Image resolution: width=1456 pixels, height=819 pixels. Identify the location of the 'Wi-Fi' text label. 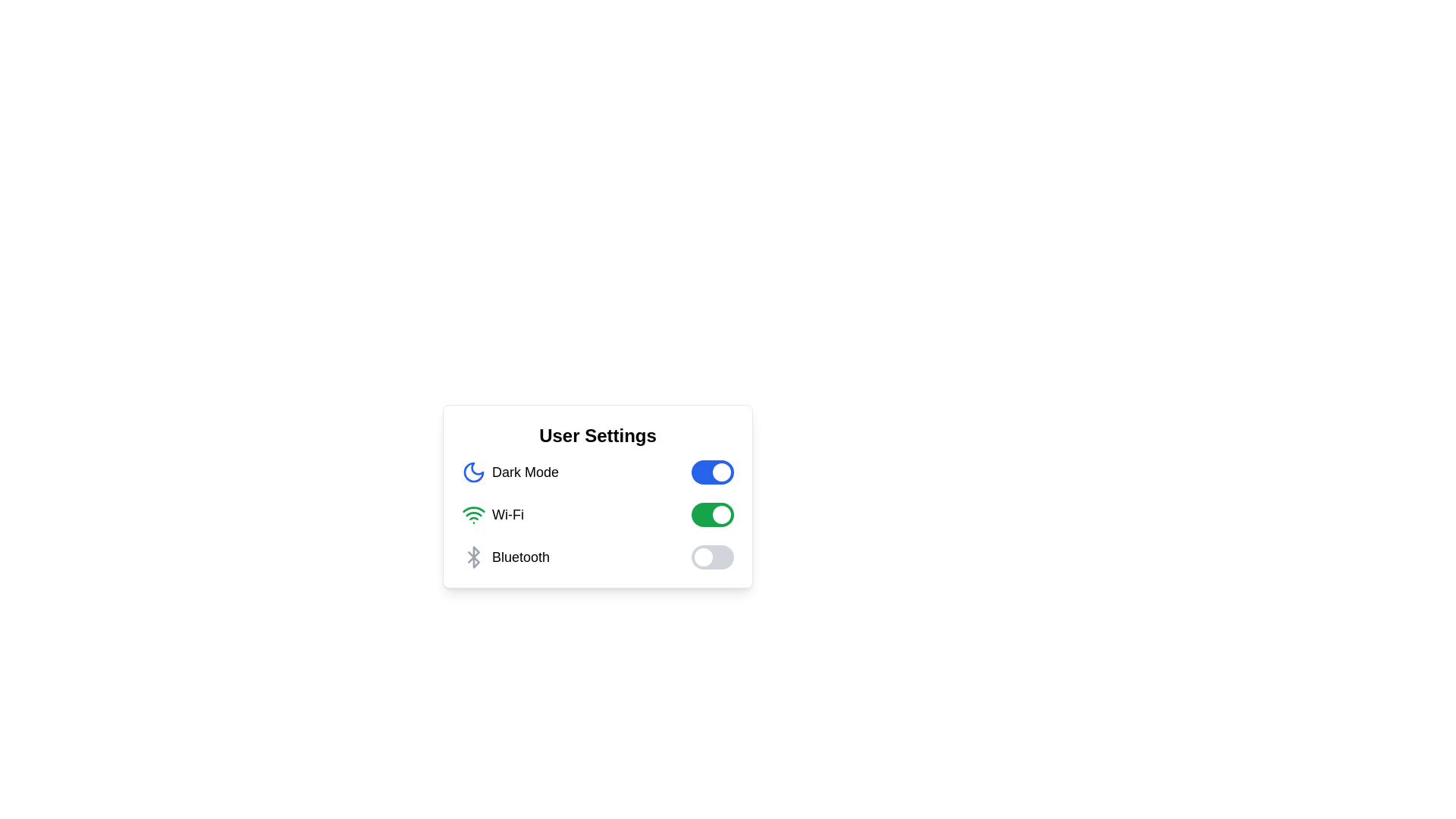
(492, 513).